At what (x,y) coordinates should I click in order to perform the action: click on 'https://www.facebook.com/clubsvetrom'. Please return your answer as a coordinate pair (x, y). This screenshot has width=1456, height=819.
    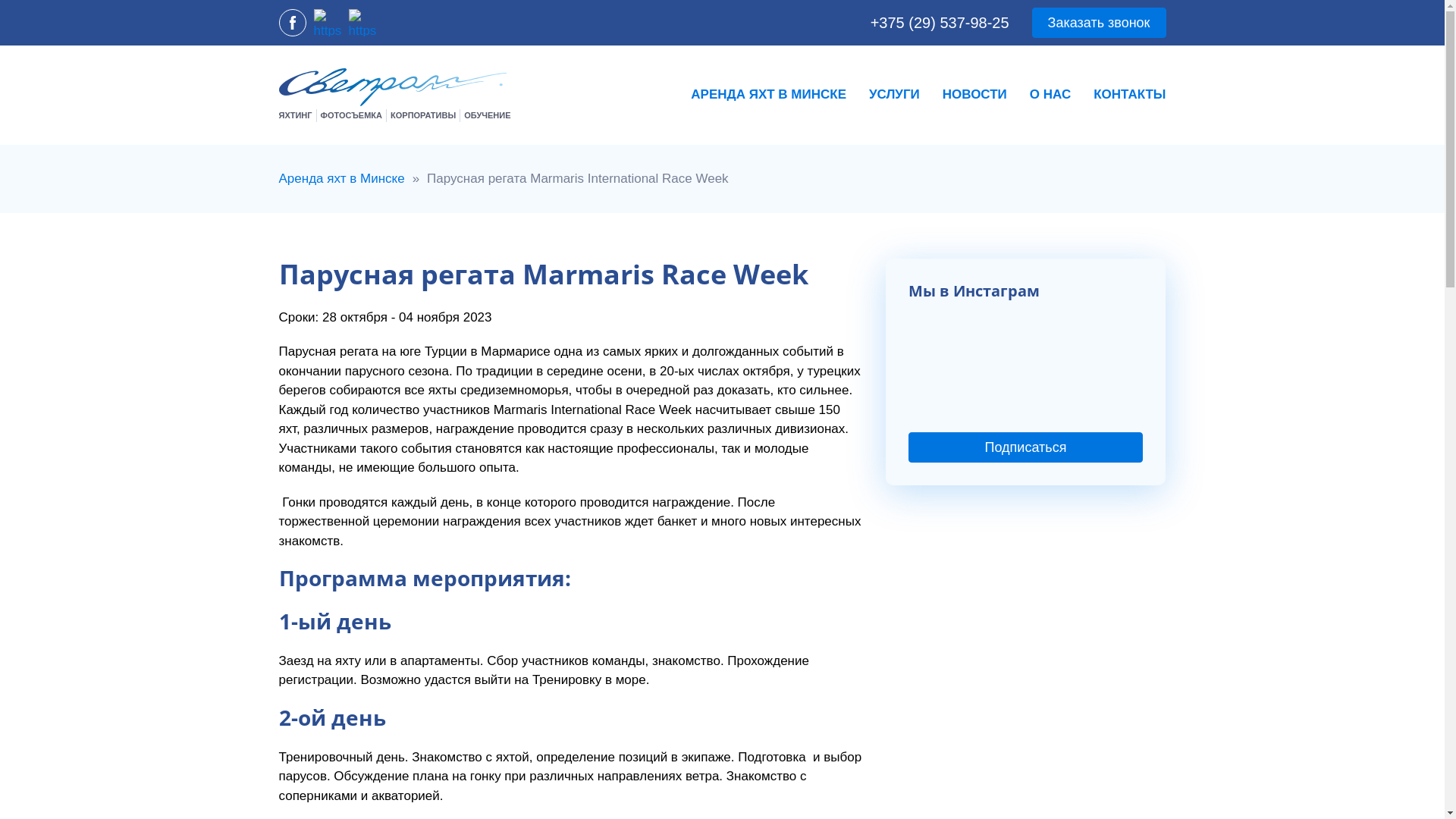
    Looking at the image, I should click on (292, 23).